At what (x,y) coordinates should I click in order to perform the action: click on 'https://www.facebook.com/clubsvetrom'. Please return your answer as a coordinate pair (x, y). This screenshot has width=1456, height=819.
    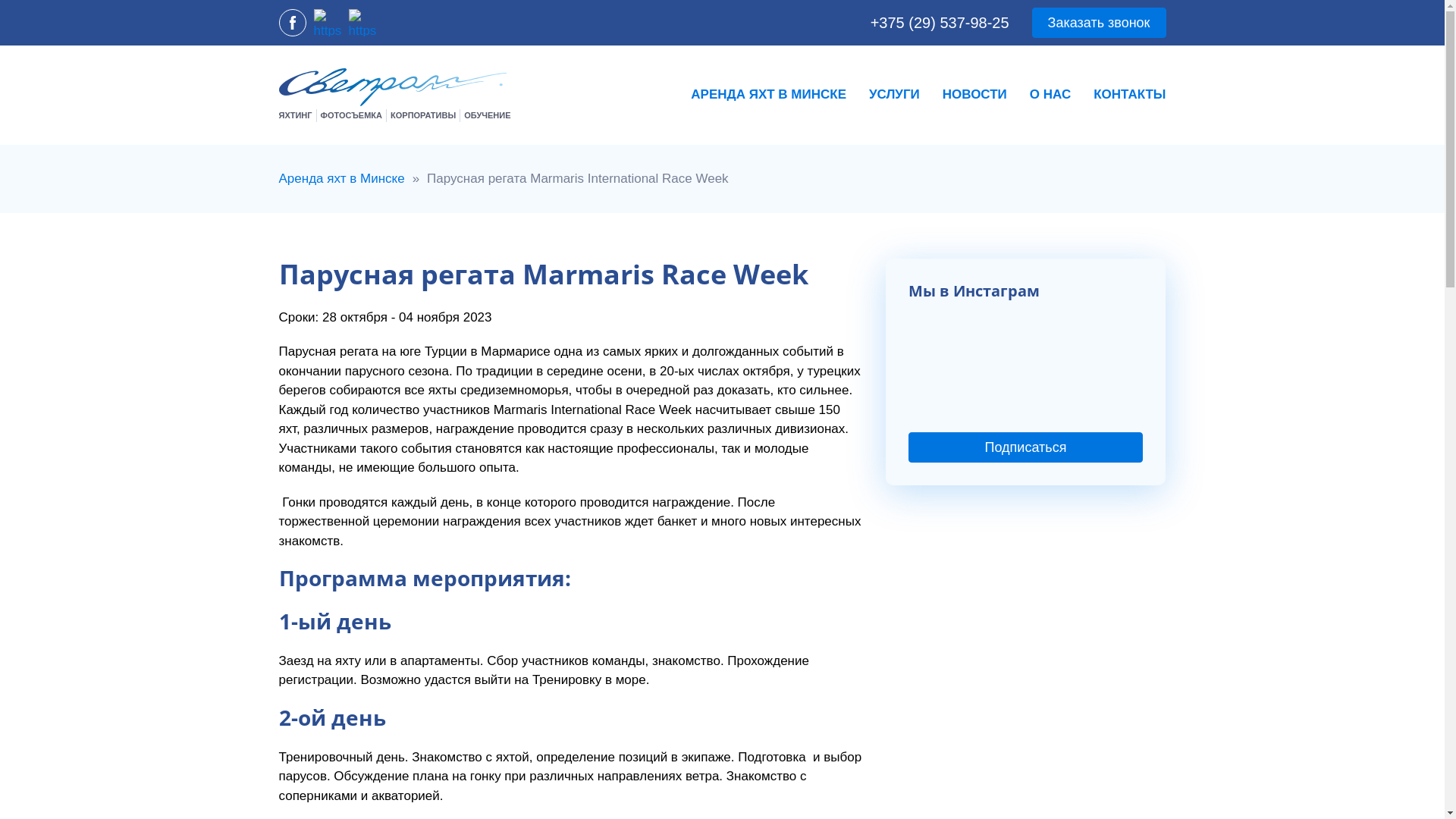
    Looking at the image, I should click on (292, 23).